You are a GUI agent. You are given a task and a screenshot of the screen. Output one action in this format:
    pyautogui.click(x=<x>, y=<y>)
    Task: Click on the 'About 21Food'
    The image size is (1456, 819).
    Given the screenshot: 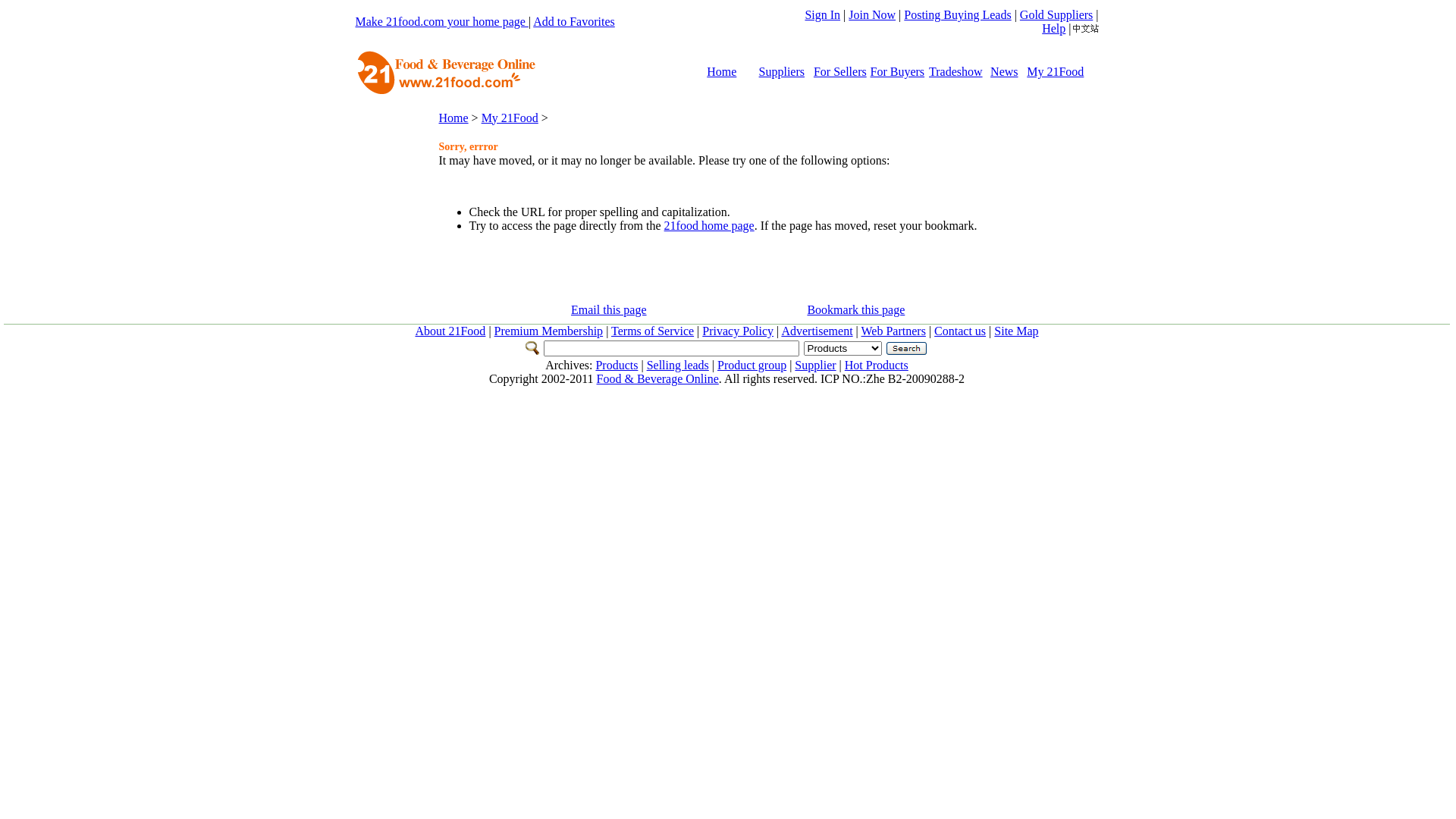 What is the action you would take?
    pyautogui.click(x=449, y=330)
    